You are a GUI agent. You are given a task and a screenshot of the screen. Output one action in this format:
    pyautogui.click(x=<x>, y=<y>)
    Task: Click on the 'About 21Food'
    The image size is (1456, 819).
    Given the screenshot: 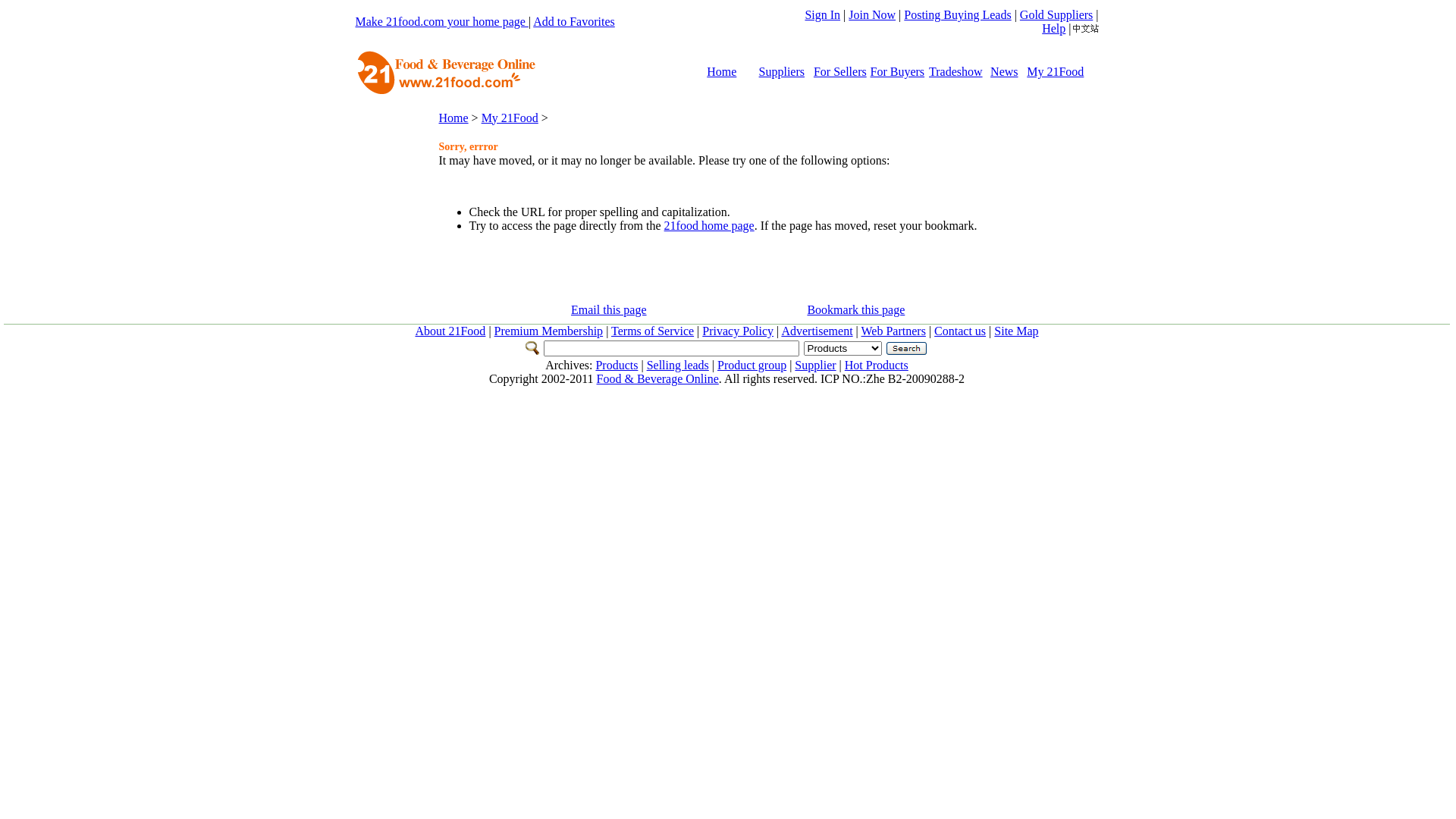 What is the action you would take?
    pyautogui.click(x=449, y=330)
    